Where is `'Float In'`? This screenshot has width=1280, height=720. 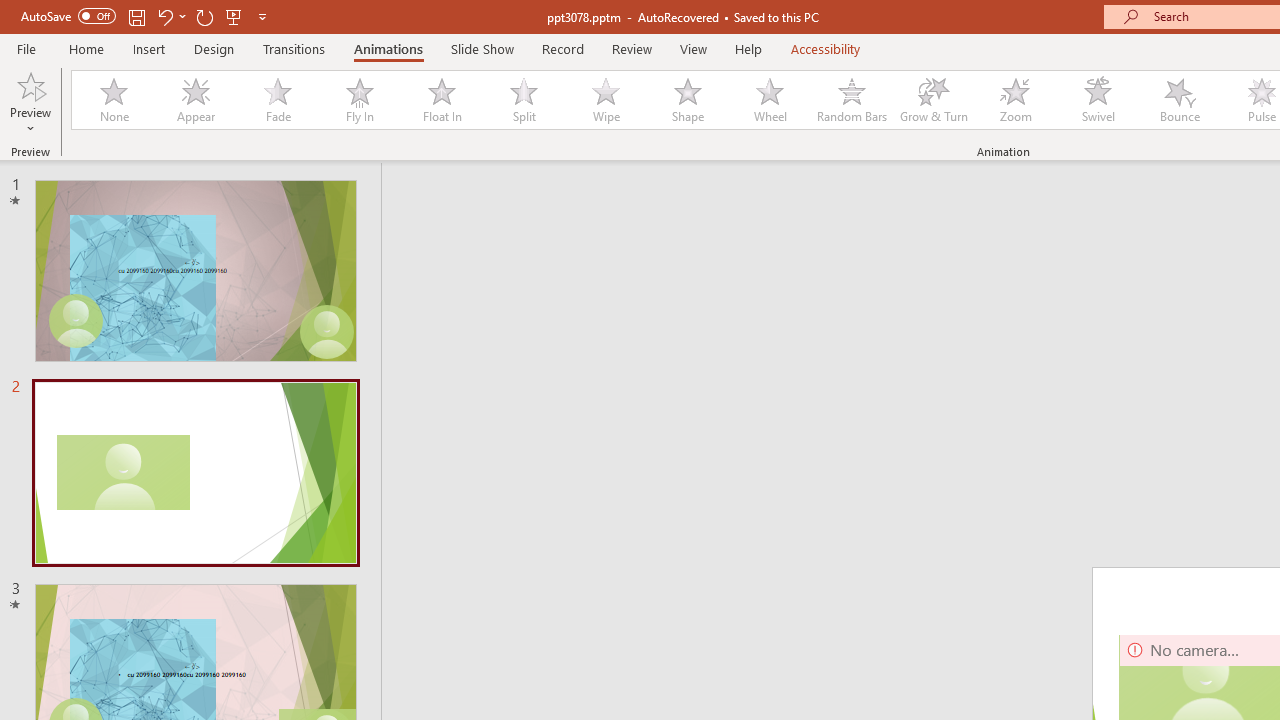
'Float In' is located at coordinates (440, 100).